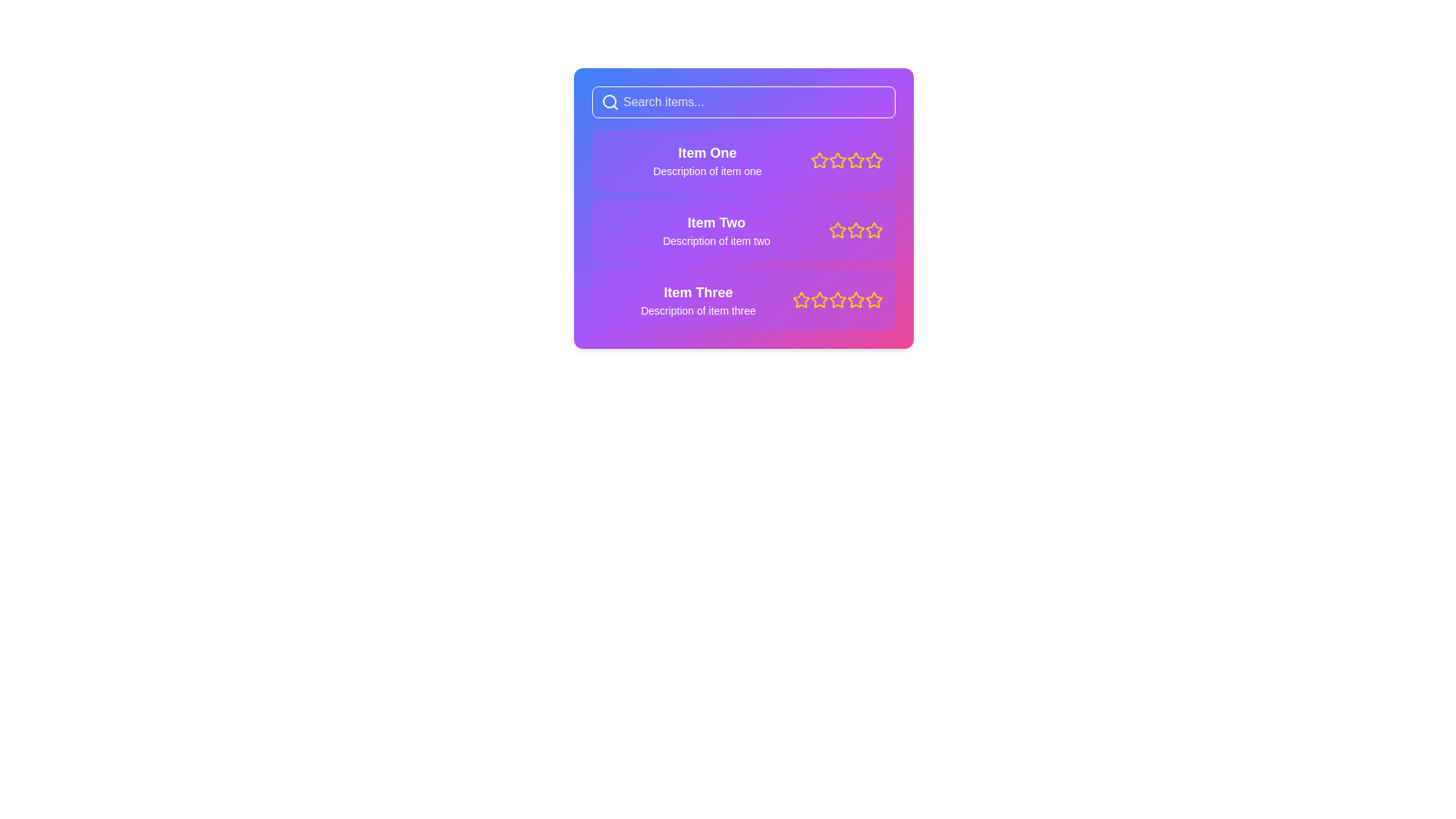  I want to click on the second five-pointed star icon with a yellow outline and purple fill in the rating section, so click(855, 160).